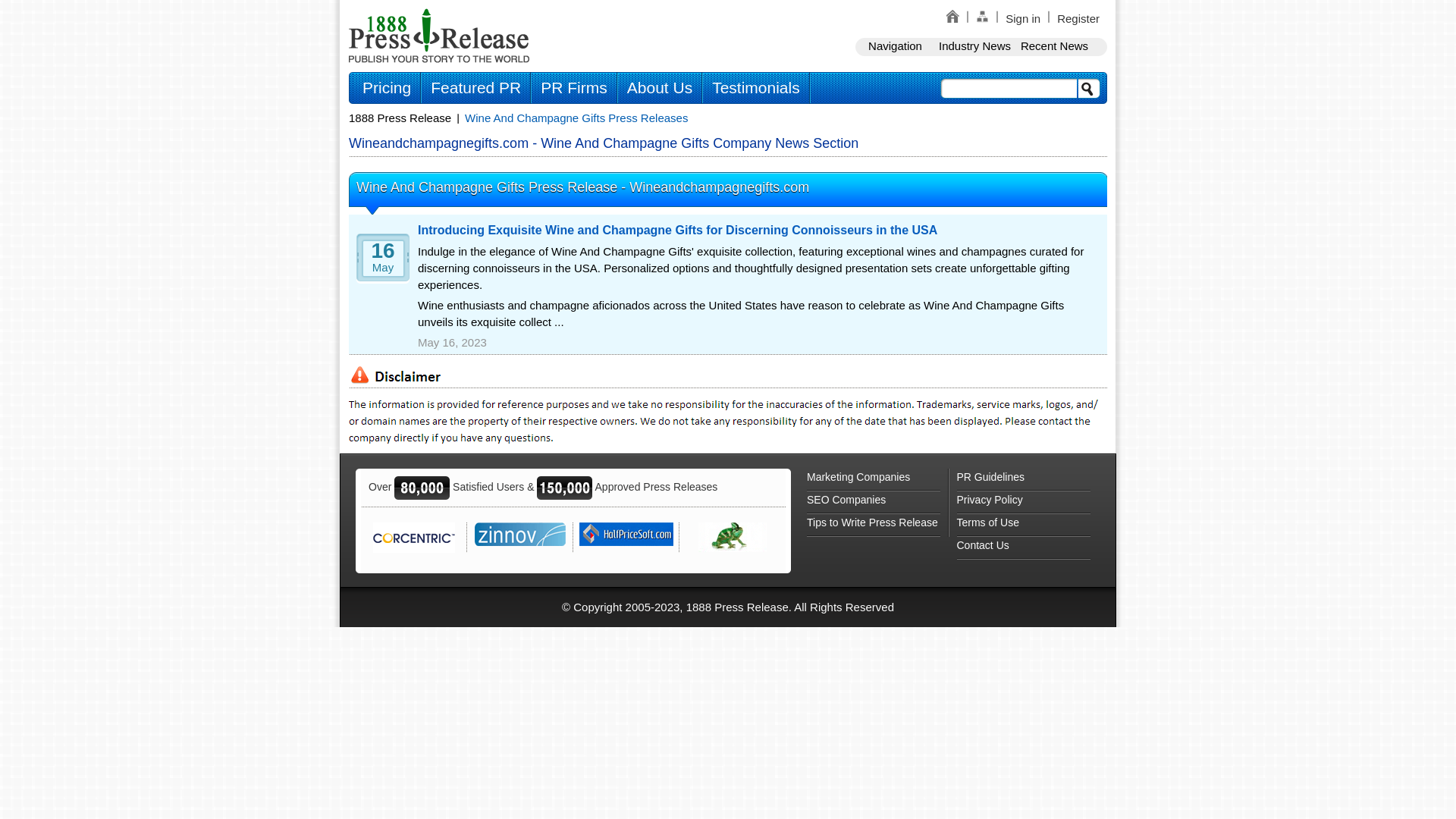 Image resolution: width=1456 pixels, height=819 pixels. I want to click on '1888 Press Release', so click(400, 117).